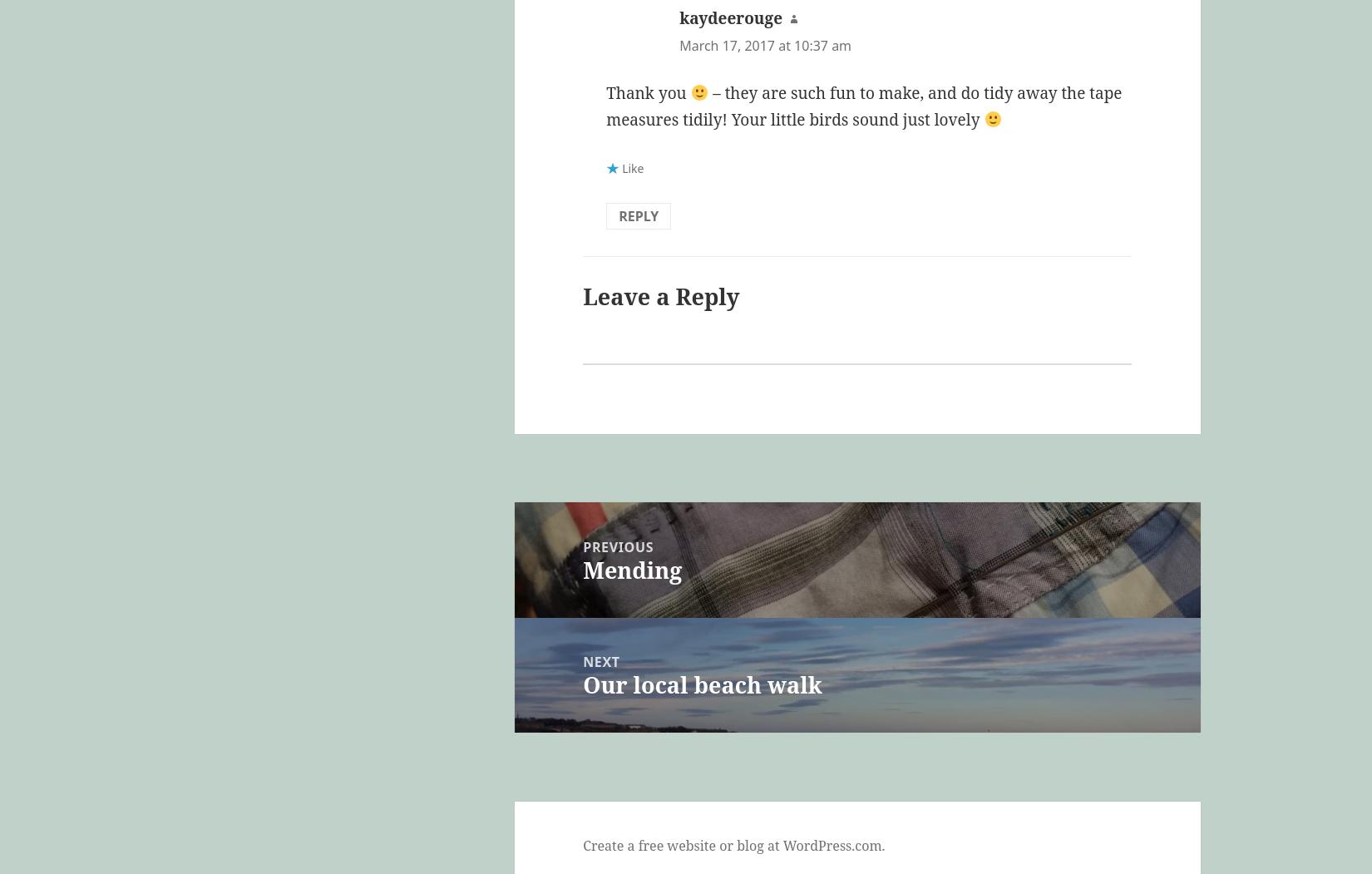 This screenshot has width=1372, height=874. I want to click on 'Our local beach walk', so click(702, 684).